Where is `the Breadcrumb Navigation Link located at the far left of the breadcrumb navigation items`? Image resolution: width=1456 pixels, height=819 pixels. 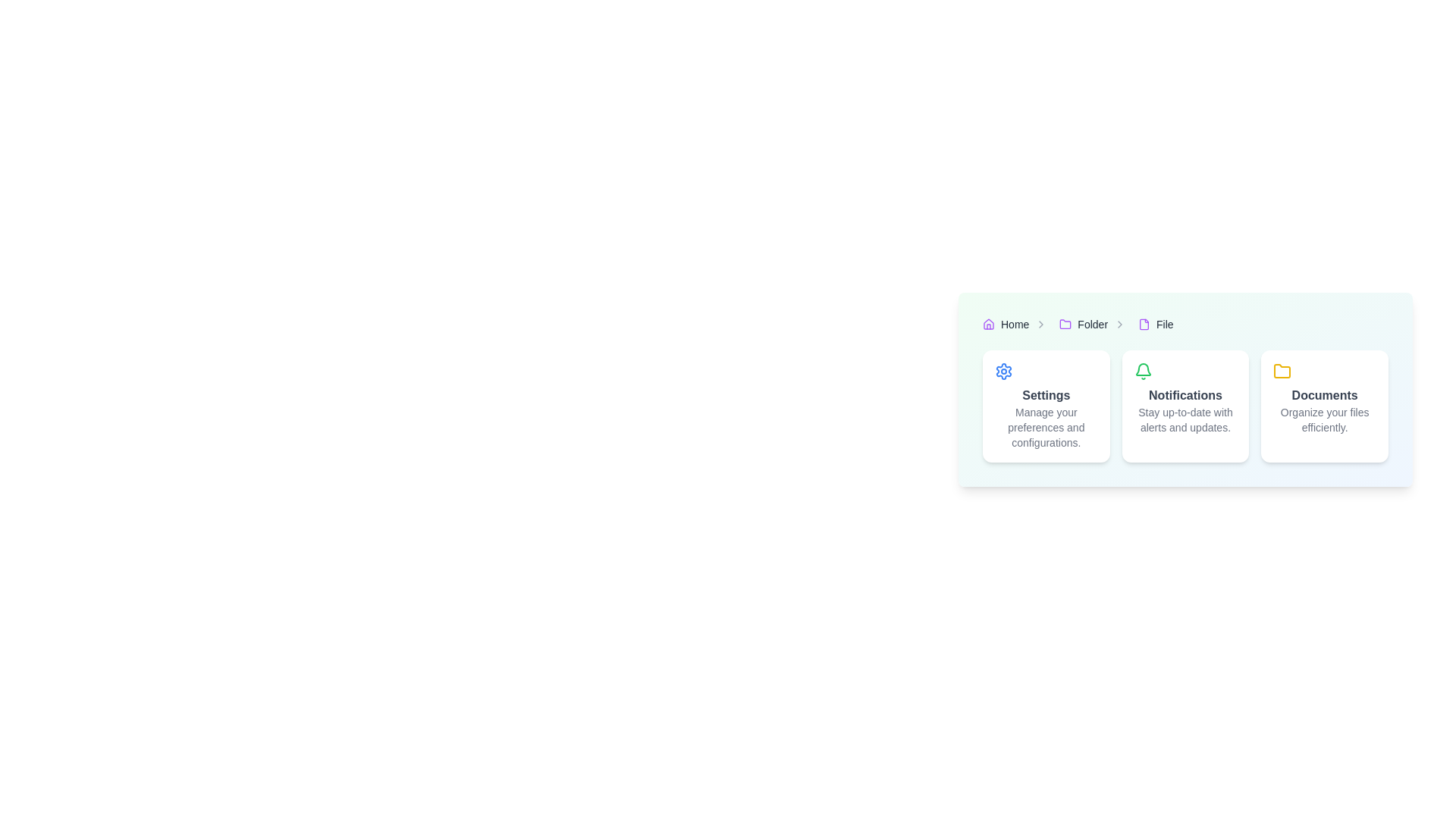 the Breadcrumb Navigation Link located at the far left of the breadcrumb navigation items is located at coordinates (1018, 324).